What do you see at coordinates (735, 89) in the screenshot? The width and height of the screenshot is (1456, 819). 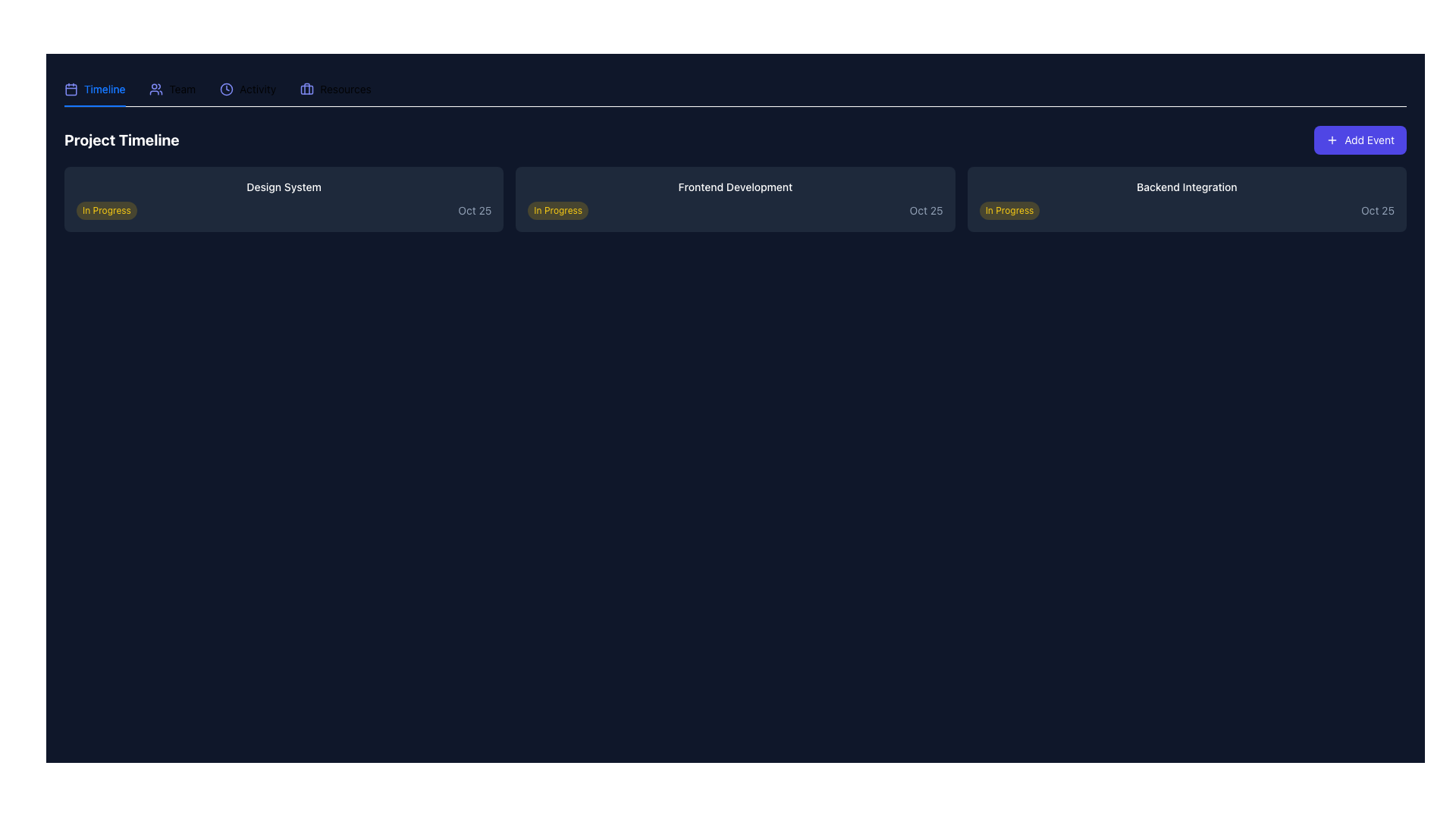 I see `the Tablist navigation bar at the top of the interface` at bounding box center [735, 89].